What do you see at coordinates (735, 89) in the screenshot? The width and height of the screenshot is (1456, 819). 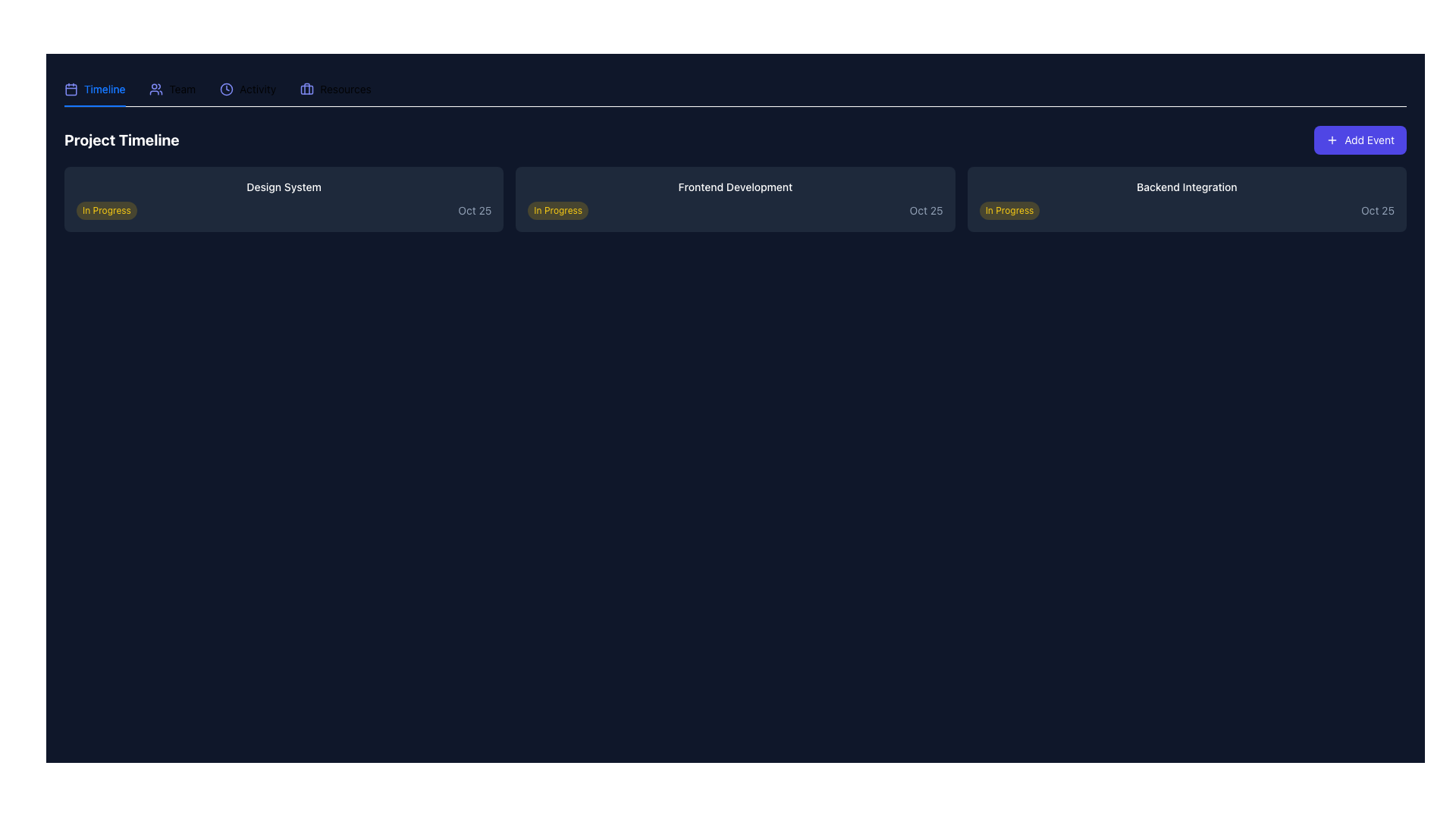 I see `the Tablist navigation bar at the top of the interface` at bounding box center [735, 89].